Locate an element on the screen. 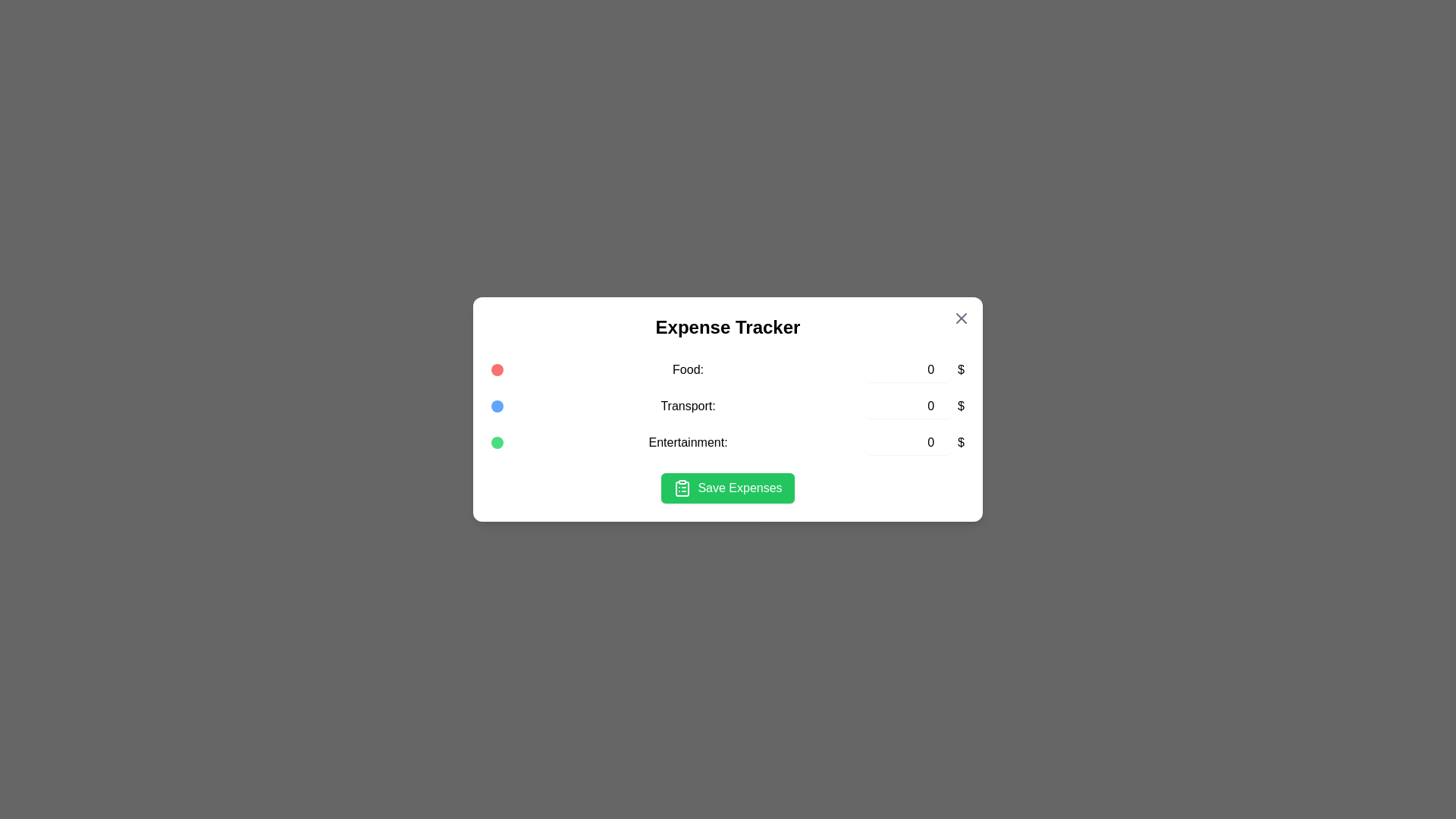 The width and height of the screenshot is (1456, 819). 'Save Expenses' button to save the entered data is located at coordinates (728, 488).